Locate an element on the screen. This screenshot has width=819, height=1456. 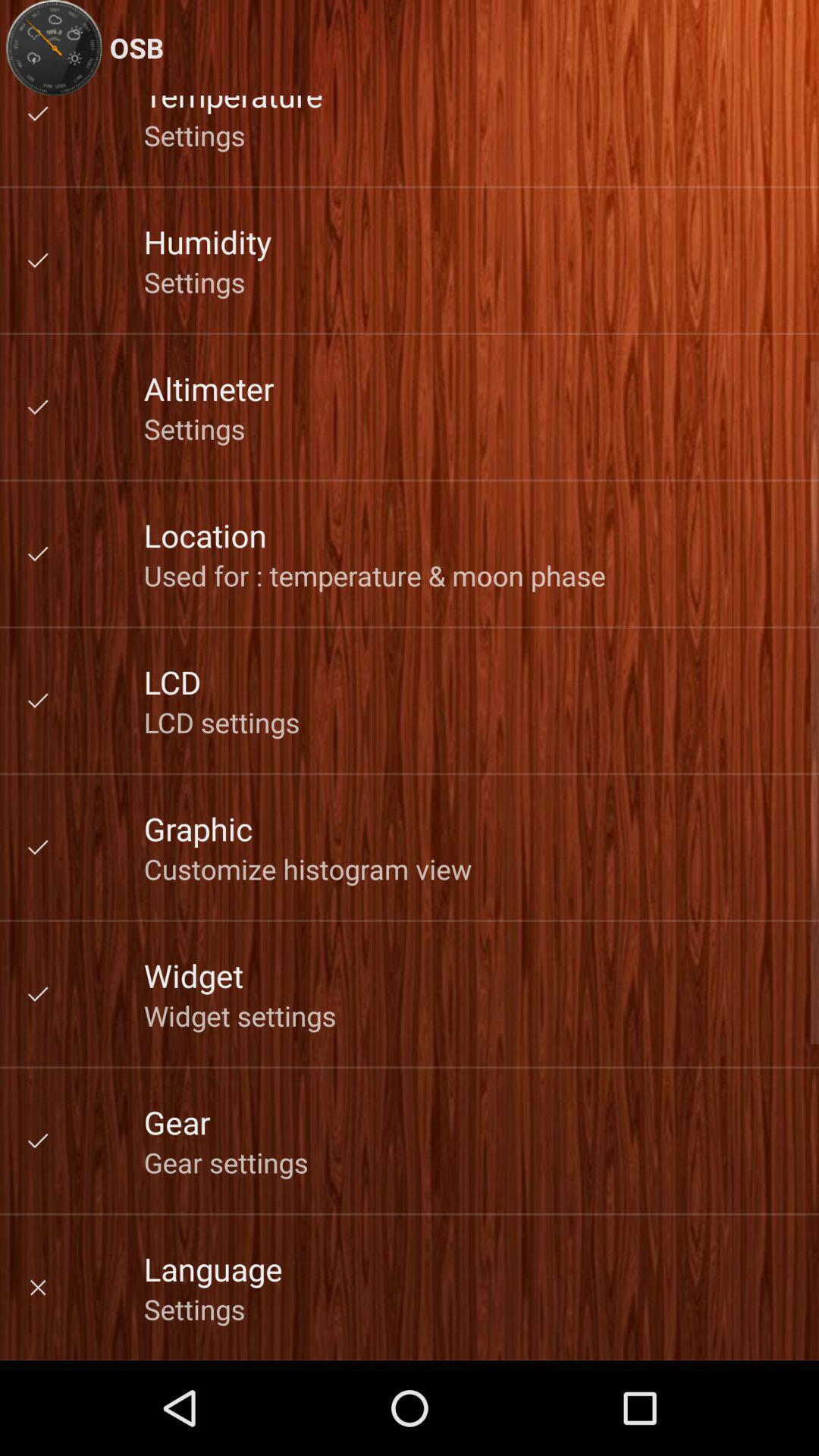
item above lcd item is located at coordinates (375, 574).